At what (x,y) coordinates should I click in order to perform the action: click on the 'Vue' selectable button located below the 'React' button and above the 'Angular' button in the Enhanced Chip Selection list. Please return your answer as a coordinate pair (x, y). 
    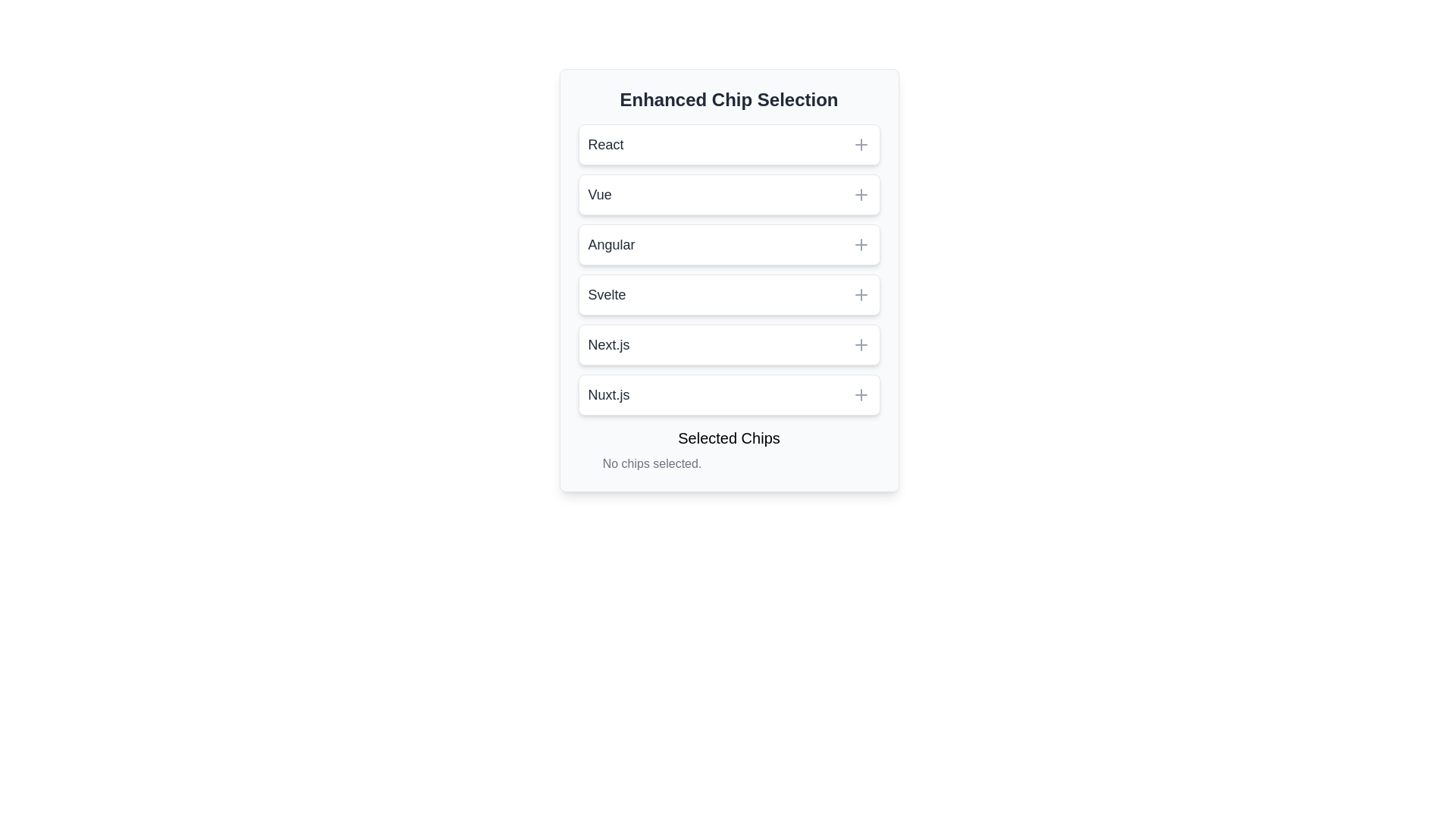
    Looking at the image, I should click on (729, 194).